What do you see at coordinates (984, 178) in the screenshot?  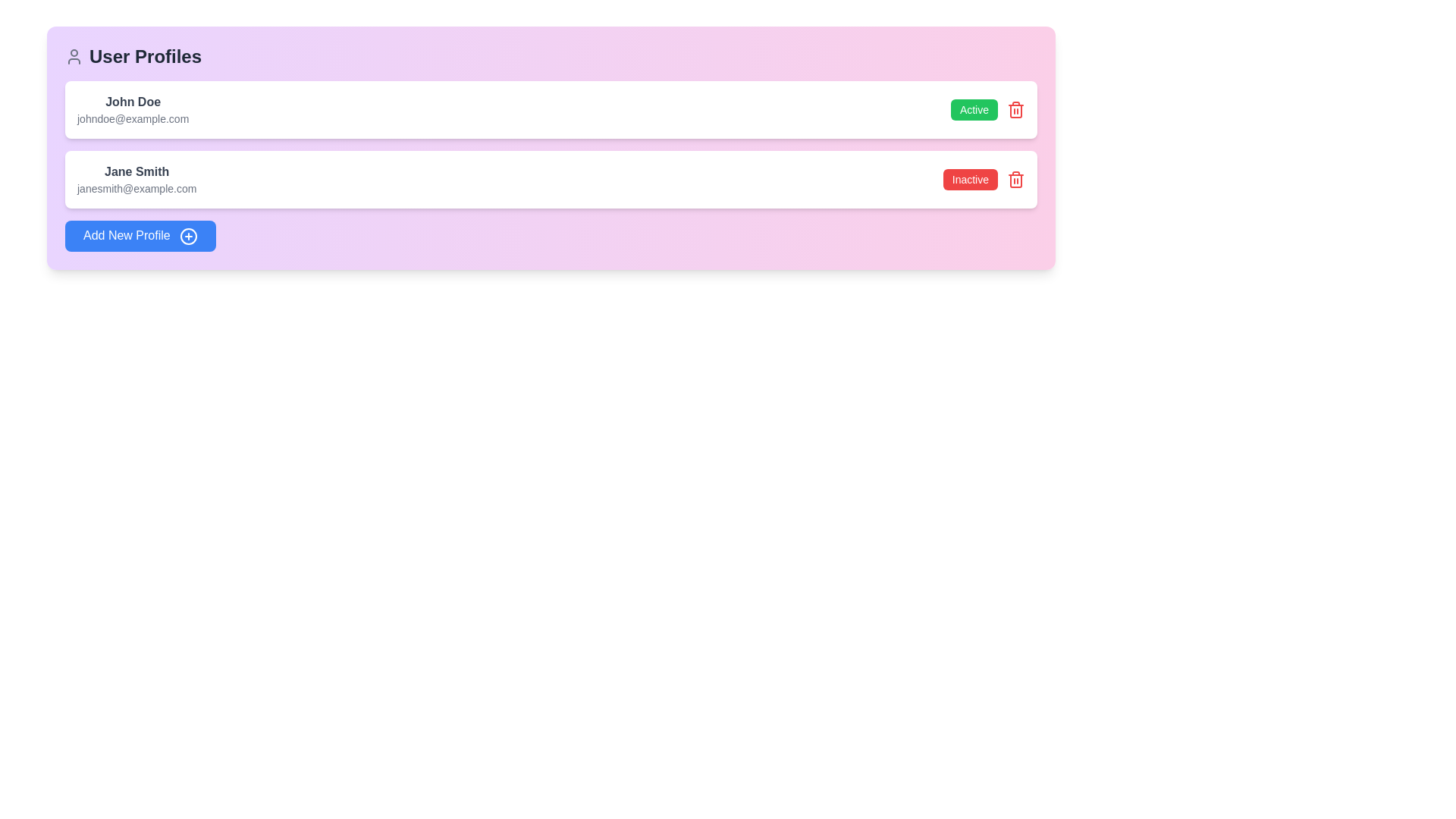 I see `the rectangular button labeled 'Inactive' with a red background located next to the red trashcan icon in Jane Smith's user profile` at bounding box center [984, 178].